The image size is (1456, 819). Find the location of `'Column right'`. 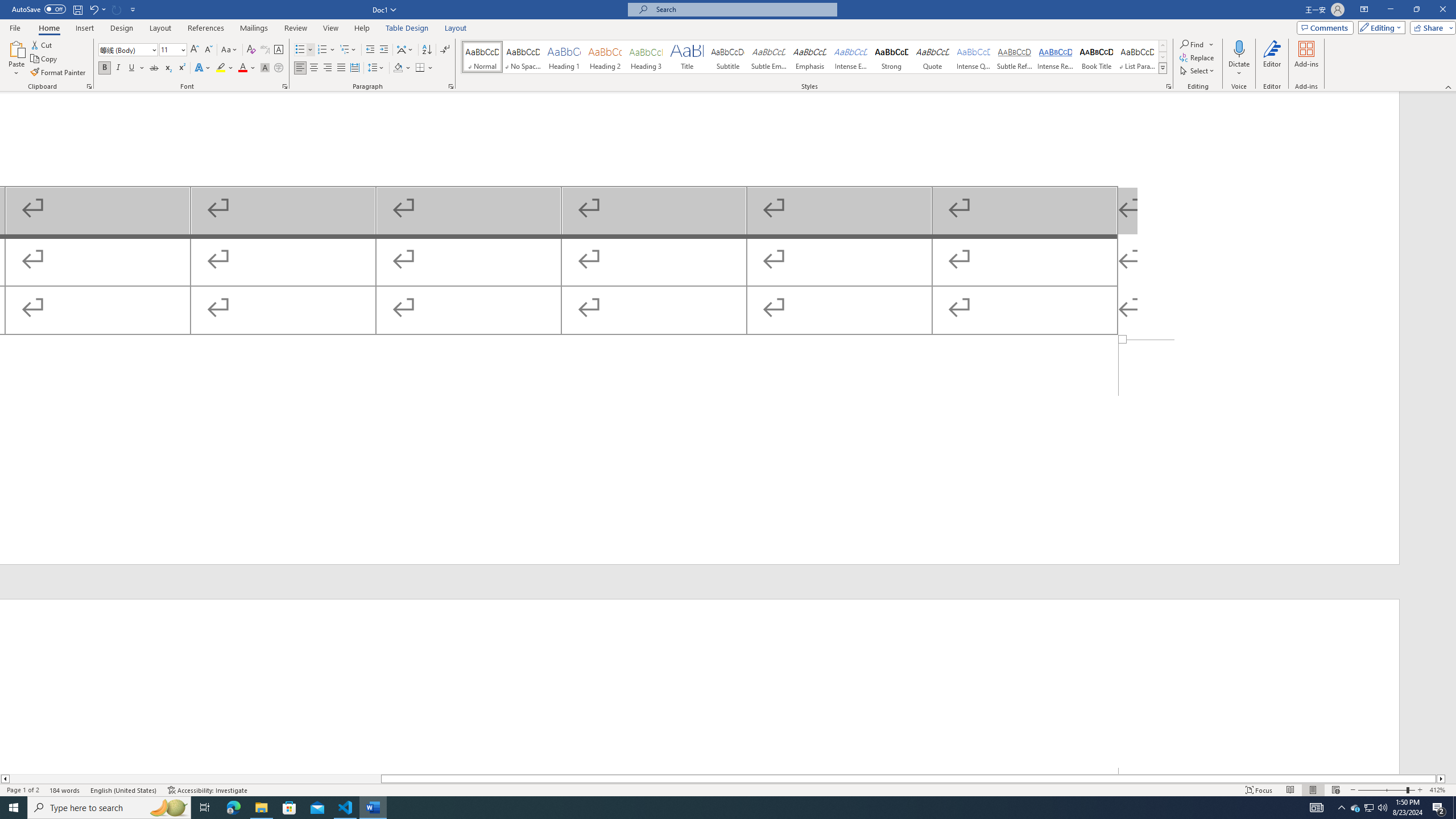

'Column right' is located at coordinates (1441, 778).